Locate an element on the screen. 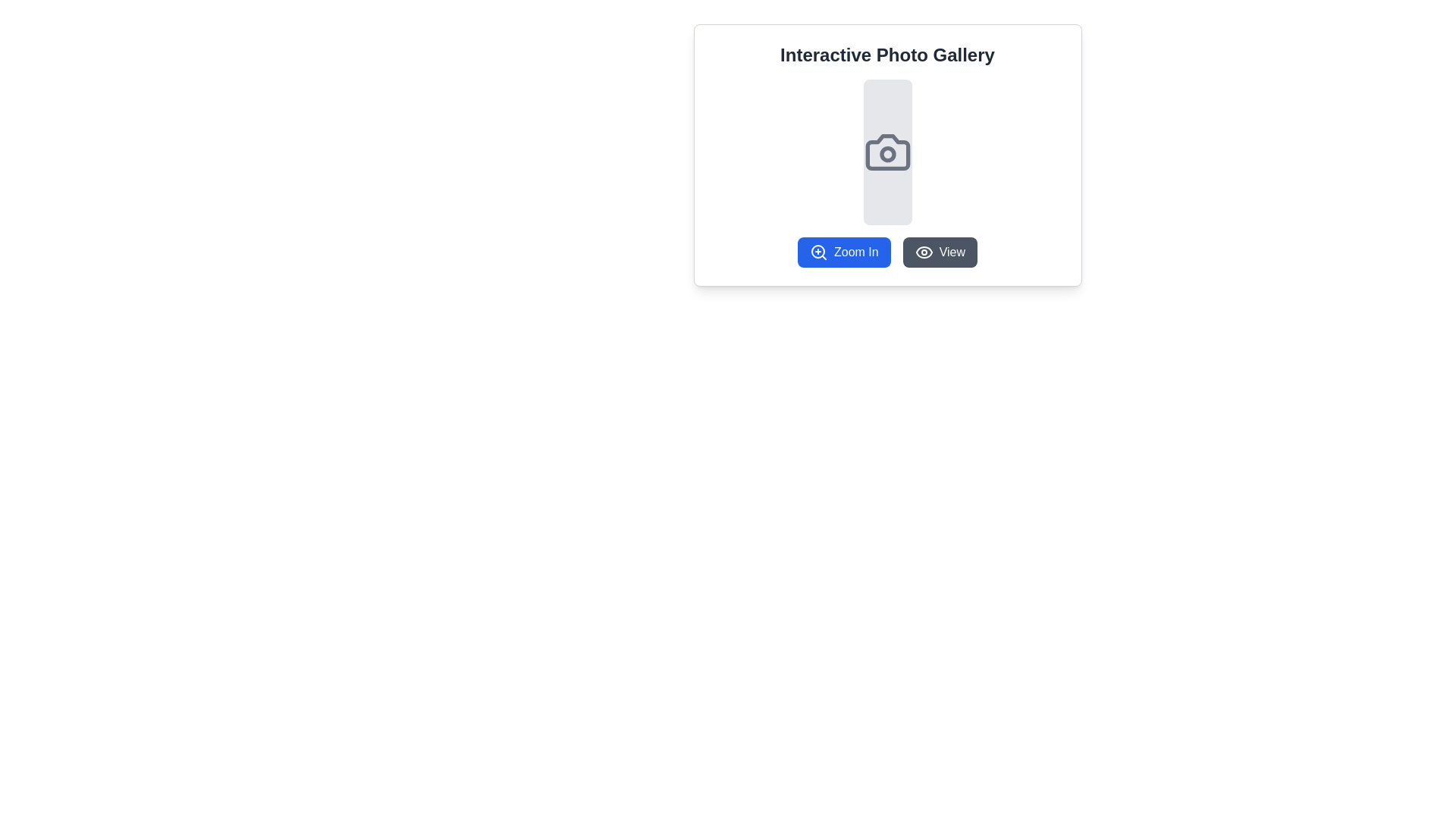  the blue 'Zoom In' button with white text and a search icon is located at coordinates (887, 251).